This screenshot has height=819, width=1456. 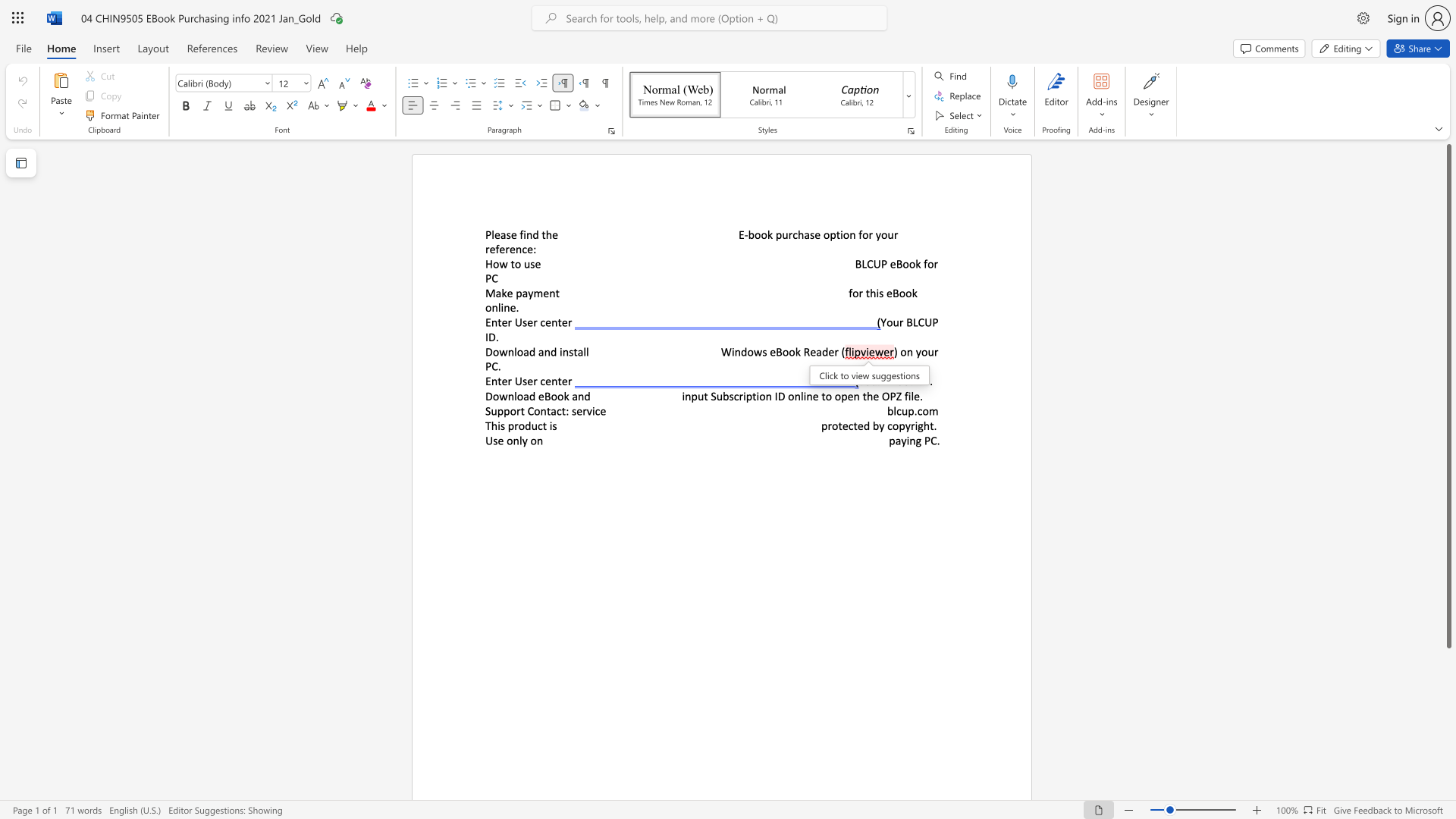 What do you see at coordinates (899, 380) in the screenshot?
I see `the 1th character "C" in the text` at bounding box center [899, 380].